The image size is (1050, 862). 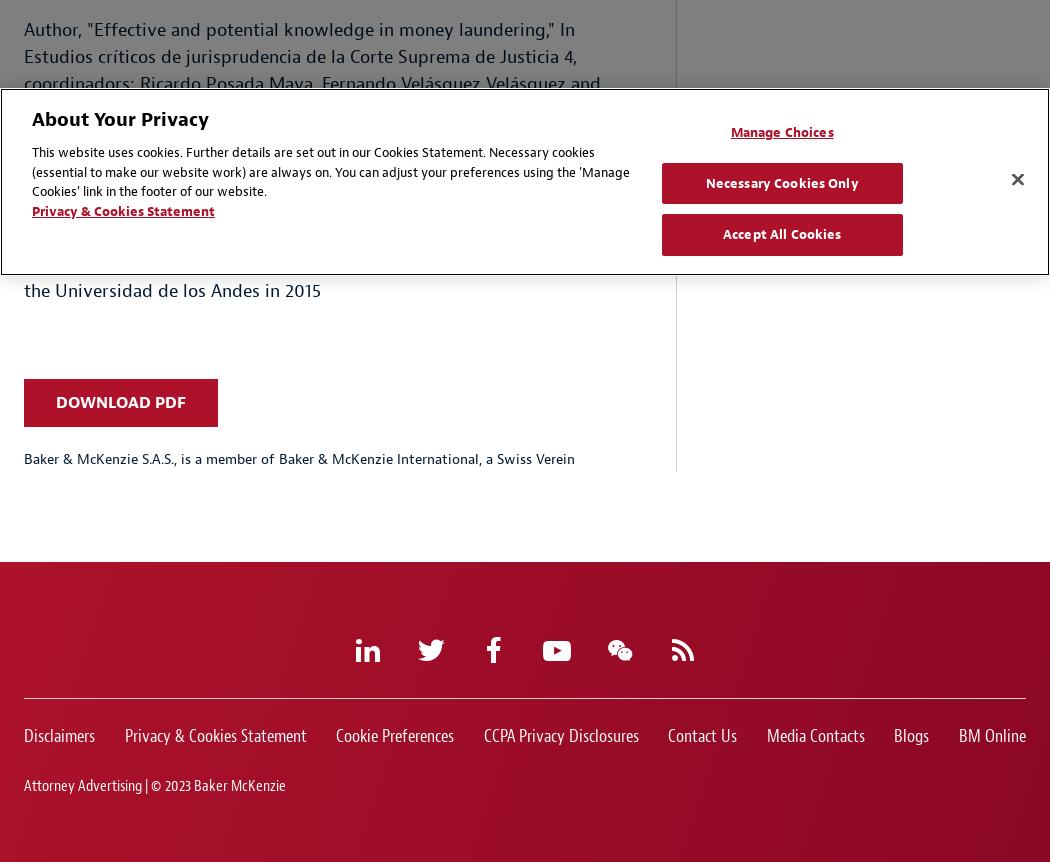 I want to click on 'Baker & McKenzie S.A.S., is a member of Baker & McKenzie International, a Swiss Verein', so click(x=298, y=458).